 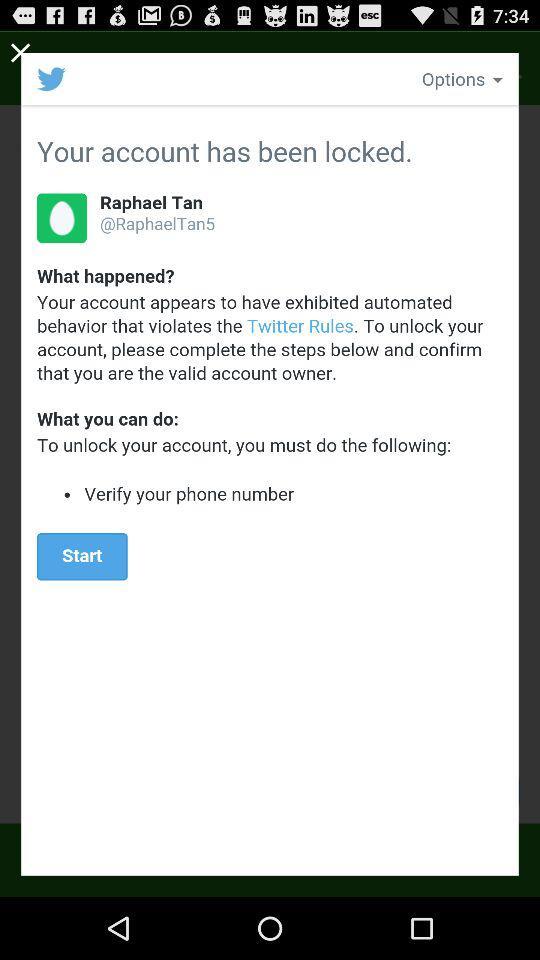 What do you see at coordinates (20, 55) in the screenshot?
I see `the close icon` at bounding box center [20, 55].